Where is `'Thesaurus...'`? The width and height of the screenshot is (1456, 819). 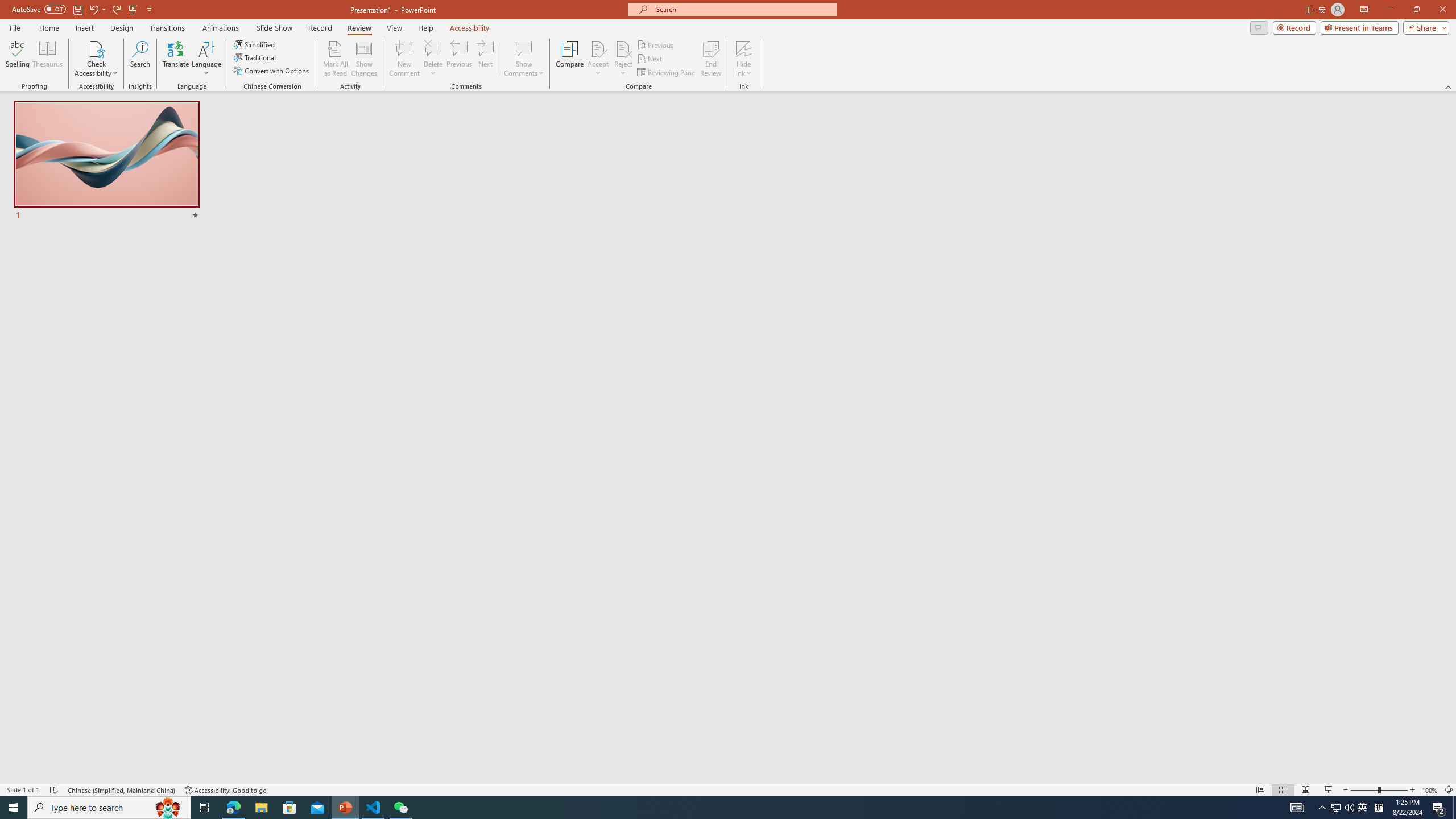
'Thesaurus...' is located at coordinates (47, 59).